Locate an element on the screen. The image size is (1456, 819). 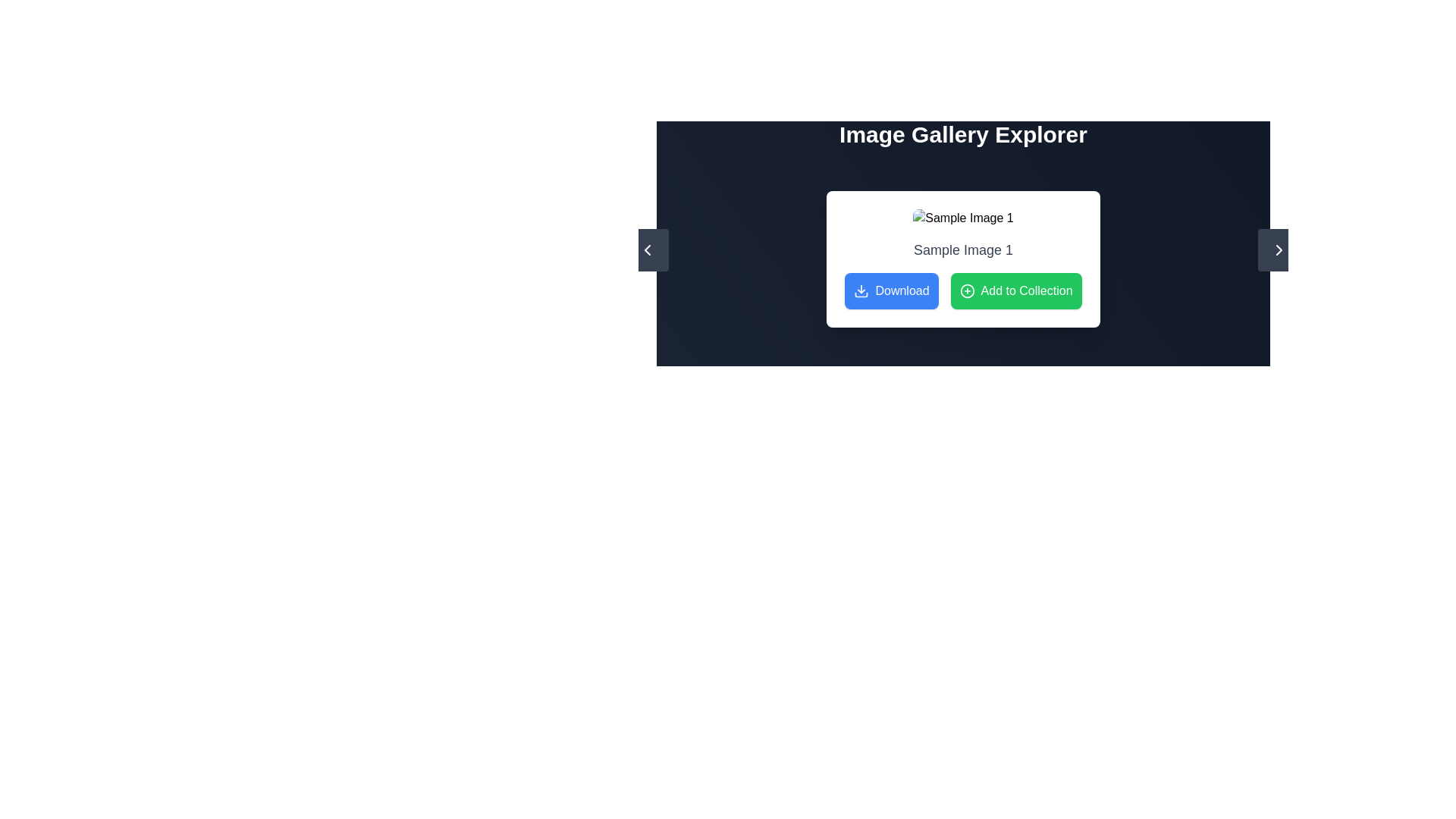
the dark-colored rectangular button with rounded corners and a left-facing chevron icon is located at coordinates (648, 249).